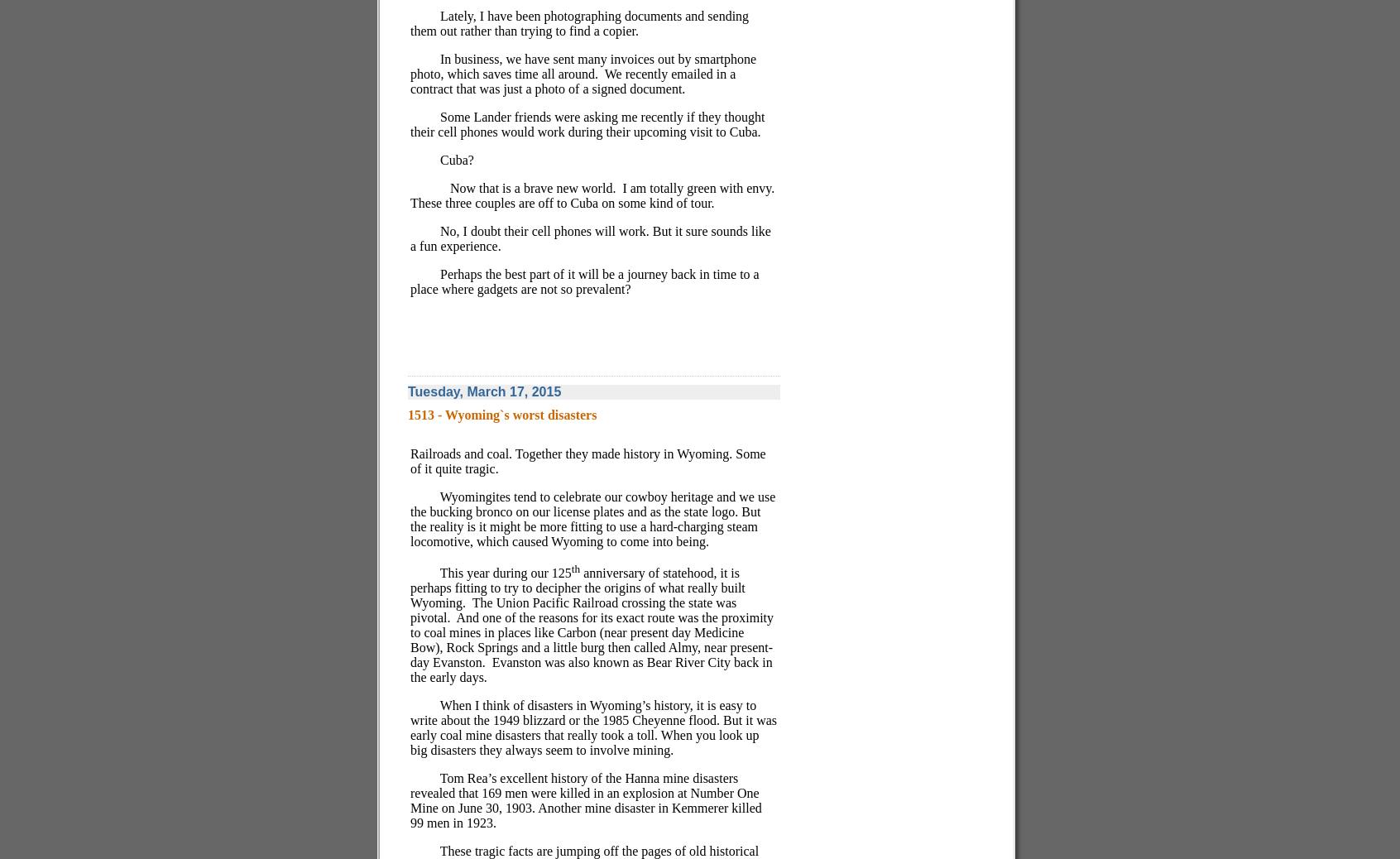 This screenshot has height=859, width=1400. I want to click on 'anniversary of statehood, it is perhaps fitting to
try to decipher the origins of what really built Wyoming.', so click(577, 587).